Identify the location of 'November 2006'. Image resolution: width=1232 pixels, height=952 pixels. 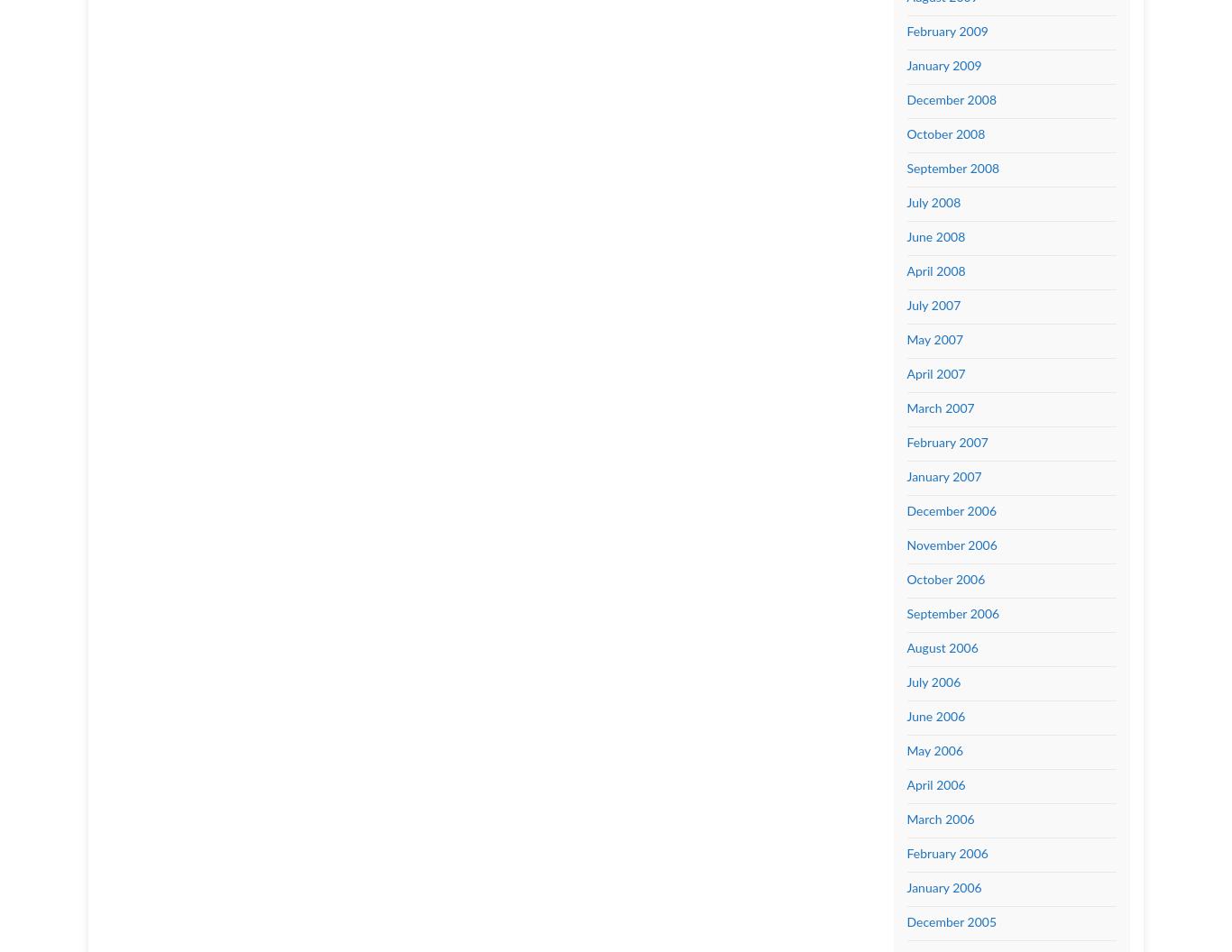
(906, 544).